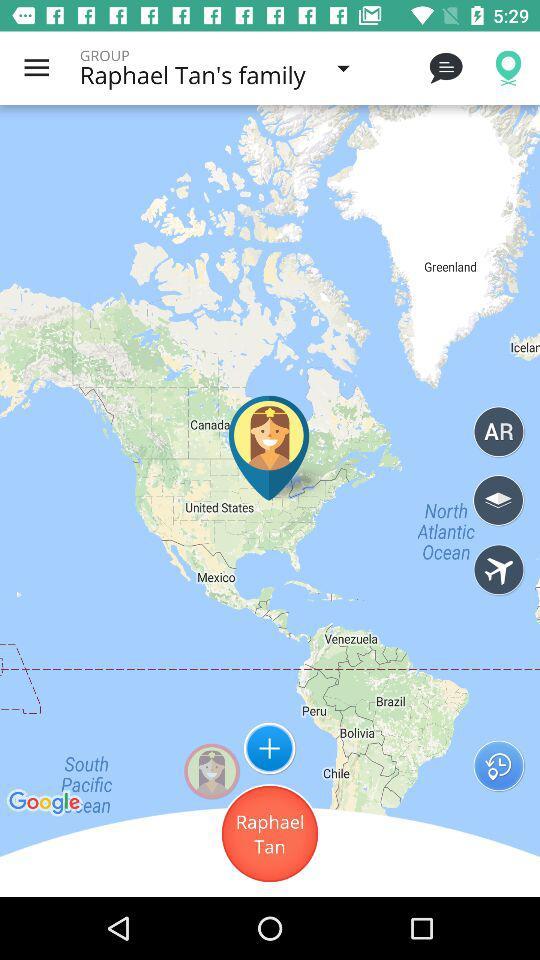 The height and width of the screenshot is (960, 540). Describe the element at coordinates (497, 569) in the screenshot. I see `family locater` at that location.